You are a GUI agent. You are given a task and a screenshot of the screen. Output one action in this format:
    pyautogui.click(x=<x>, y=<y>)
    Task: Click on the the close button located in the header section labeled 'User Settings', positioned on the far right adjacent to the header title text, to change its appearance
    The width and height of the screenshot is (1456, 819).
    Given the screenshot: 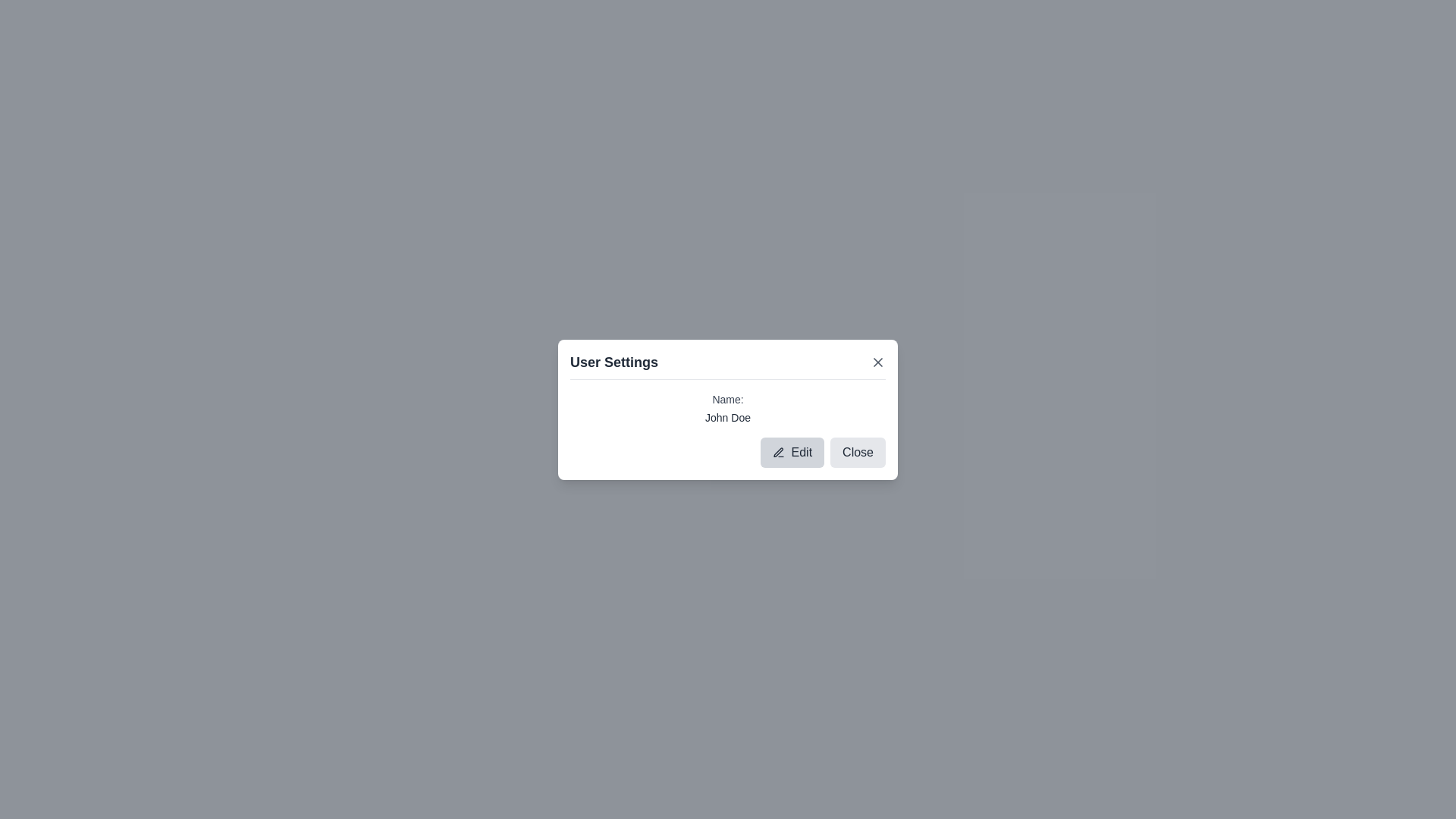 What is the action you would take?
    pyautogui.click(x=877, y=362)
    